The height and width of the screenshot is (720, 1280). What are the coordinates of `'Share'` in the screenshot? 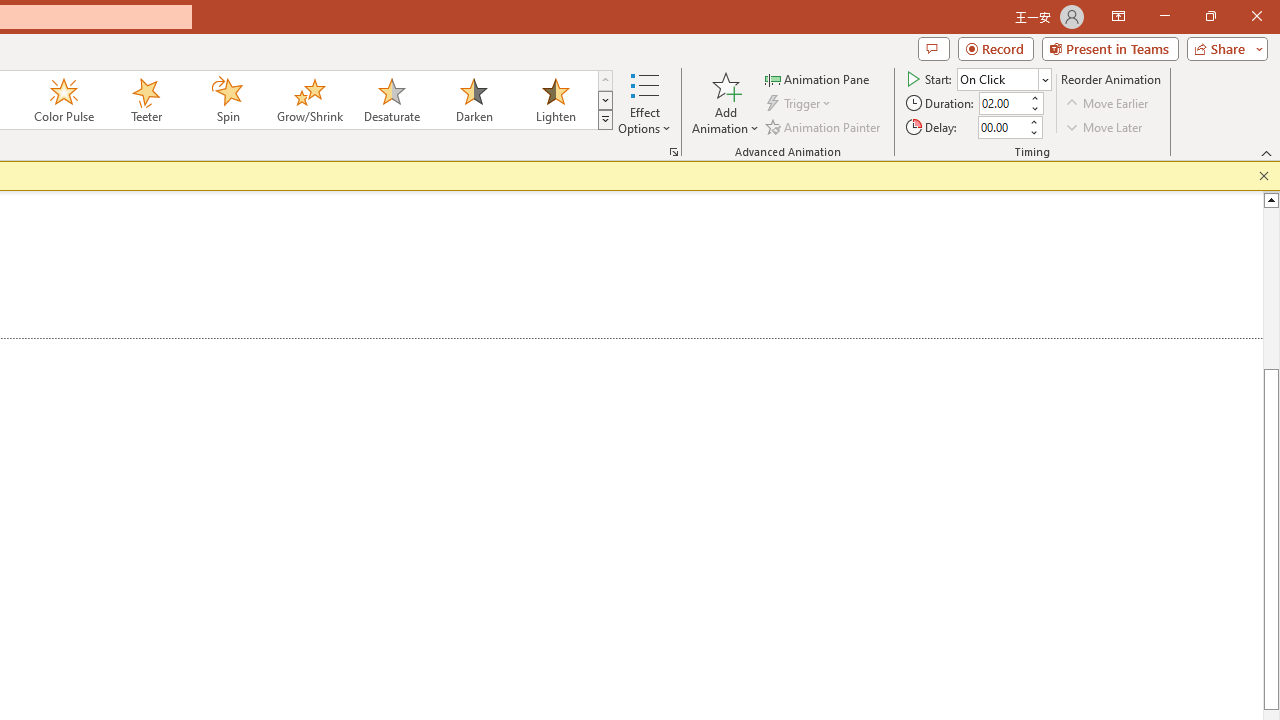 It's located at (1222, 47).